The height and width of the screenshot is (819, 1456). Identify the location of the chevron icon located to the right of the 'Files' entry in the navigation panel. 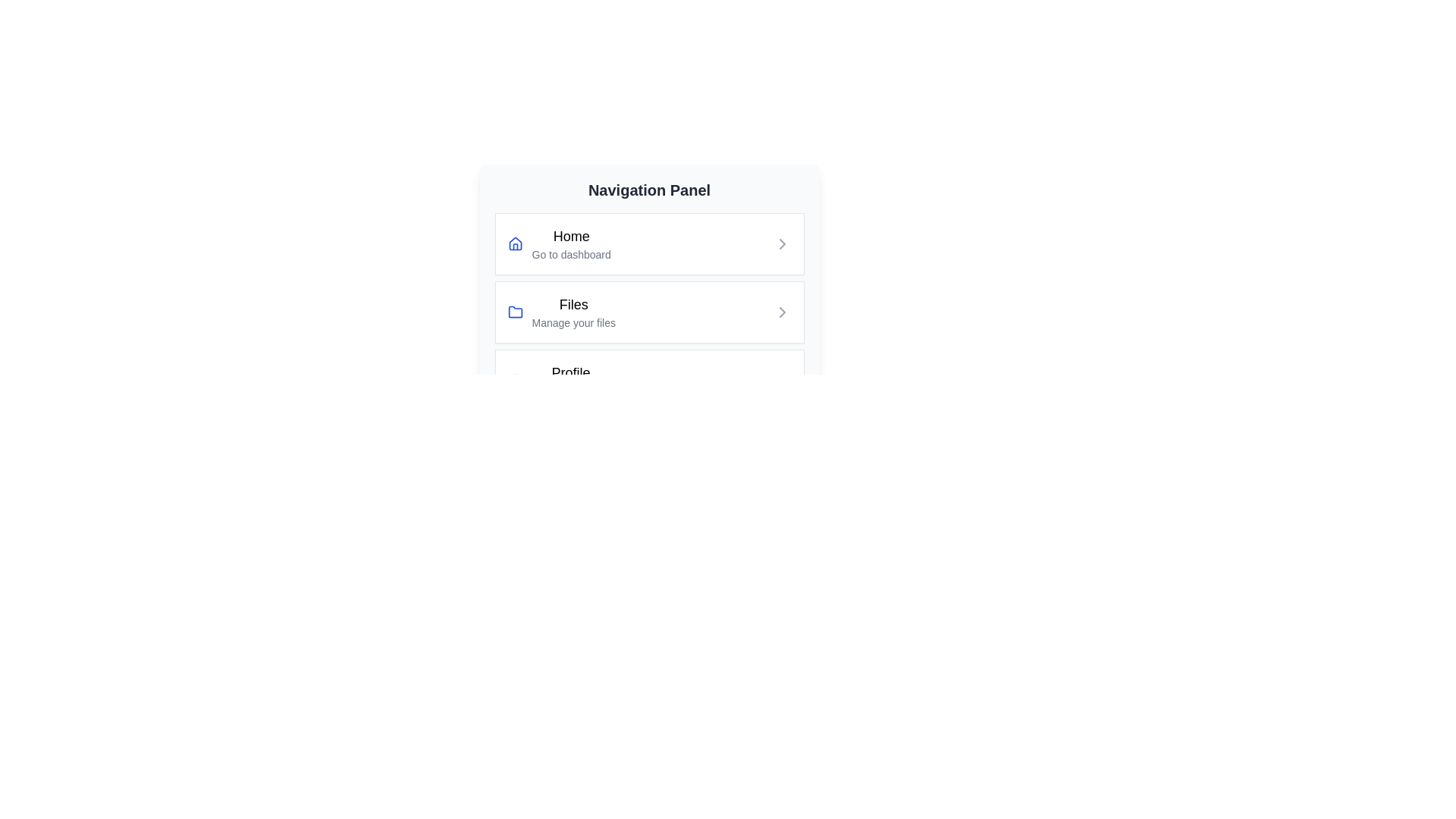
(782, 312).